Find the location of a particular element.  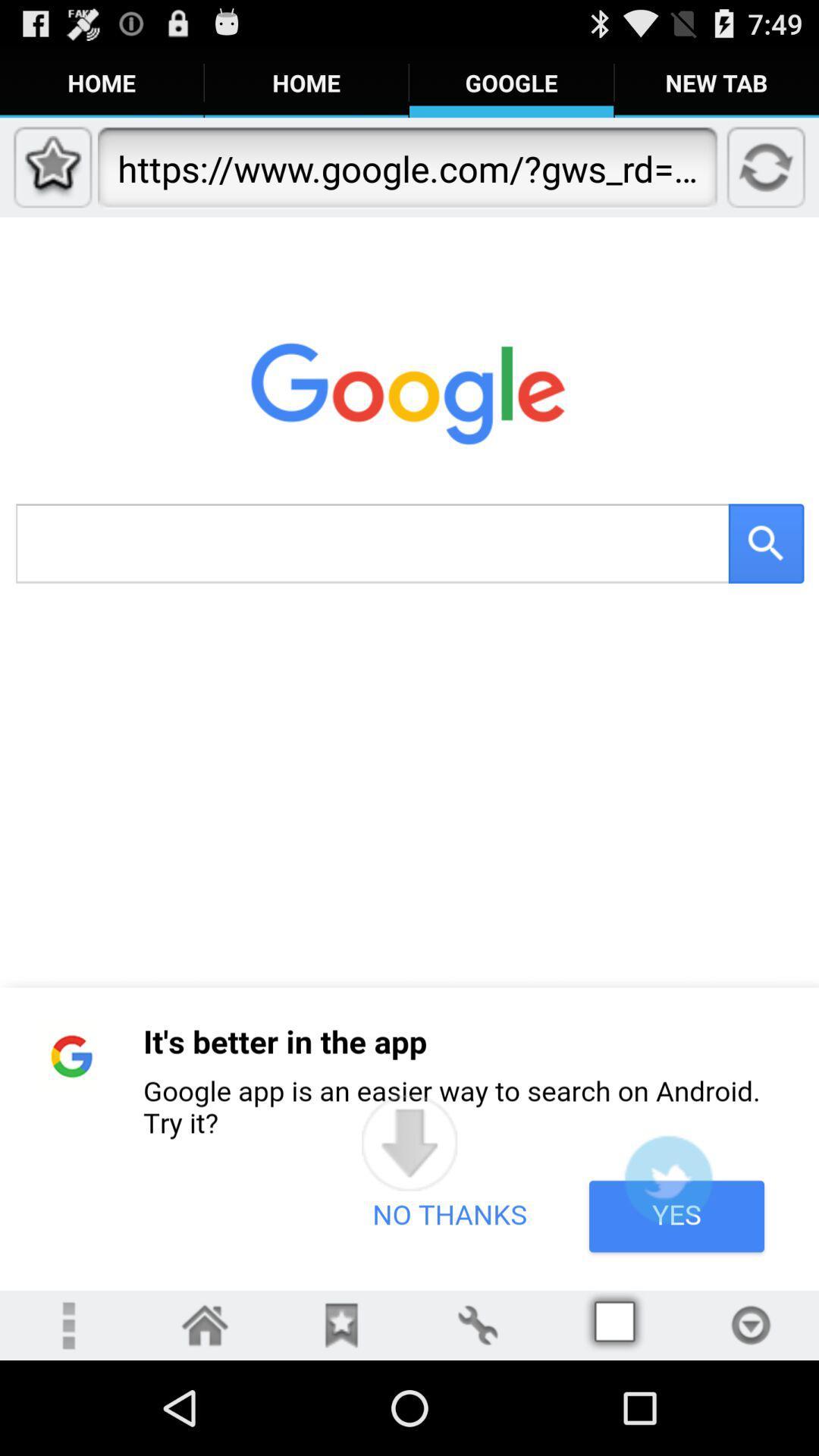

the settings button on the web page is located at coordinates (476, 1324).